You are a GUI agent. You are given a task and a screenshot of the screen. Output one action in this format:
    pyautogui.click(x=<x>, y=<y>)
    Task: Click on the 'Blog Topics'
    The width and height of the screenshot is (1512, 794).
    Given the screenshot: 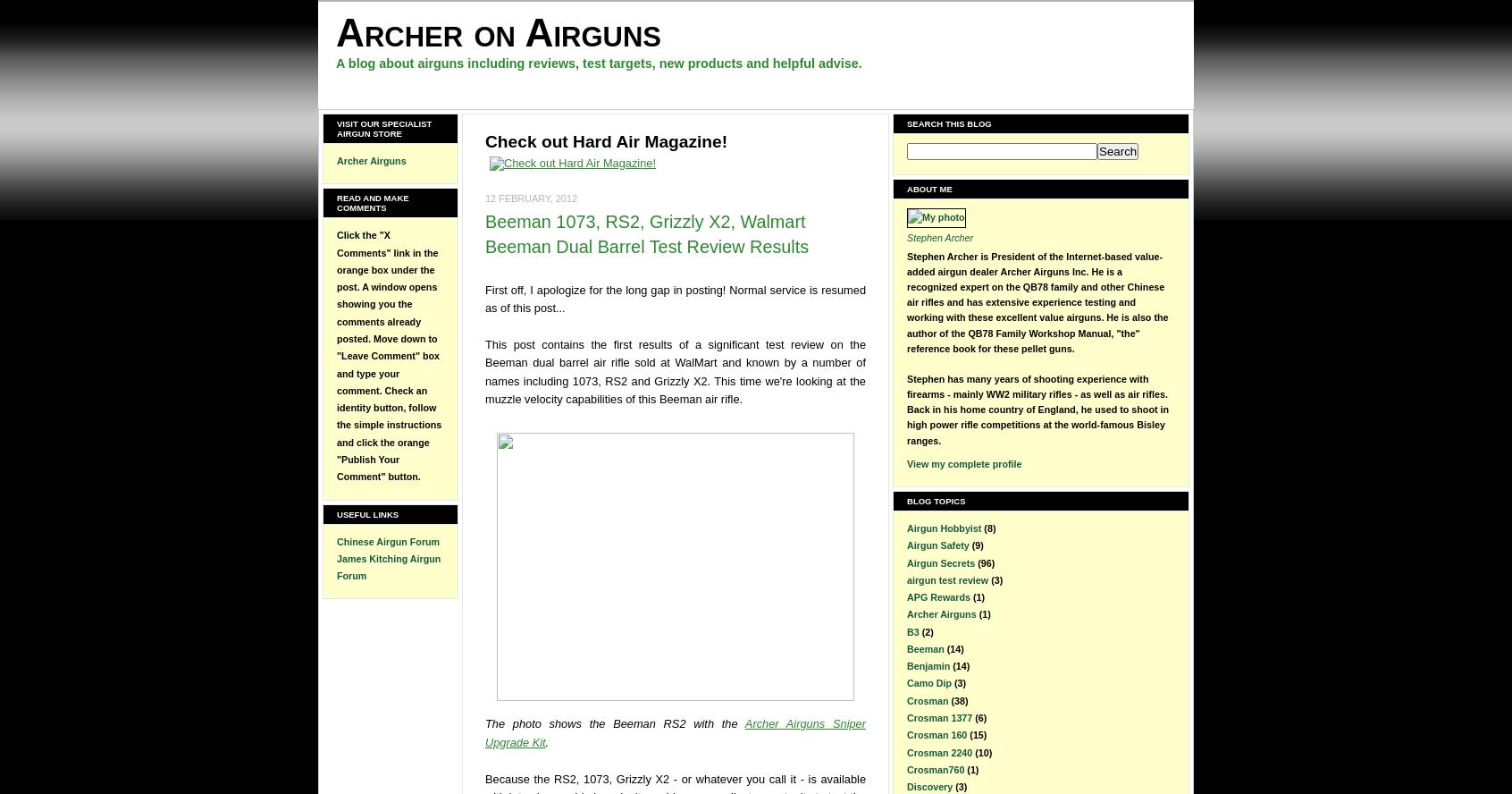 What is the action you would take?
    pyautogui.click(x=935, y=500)
    